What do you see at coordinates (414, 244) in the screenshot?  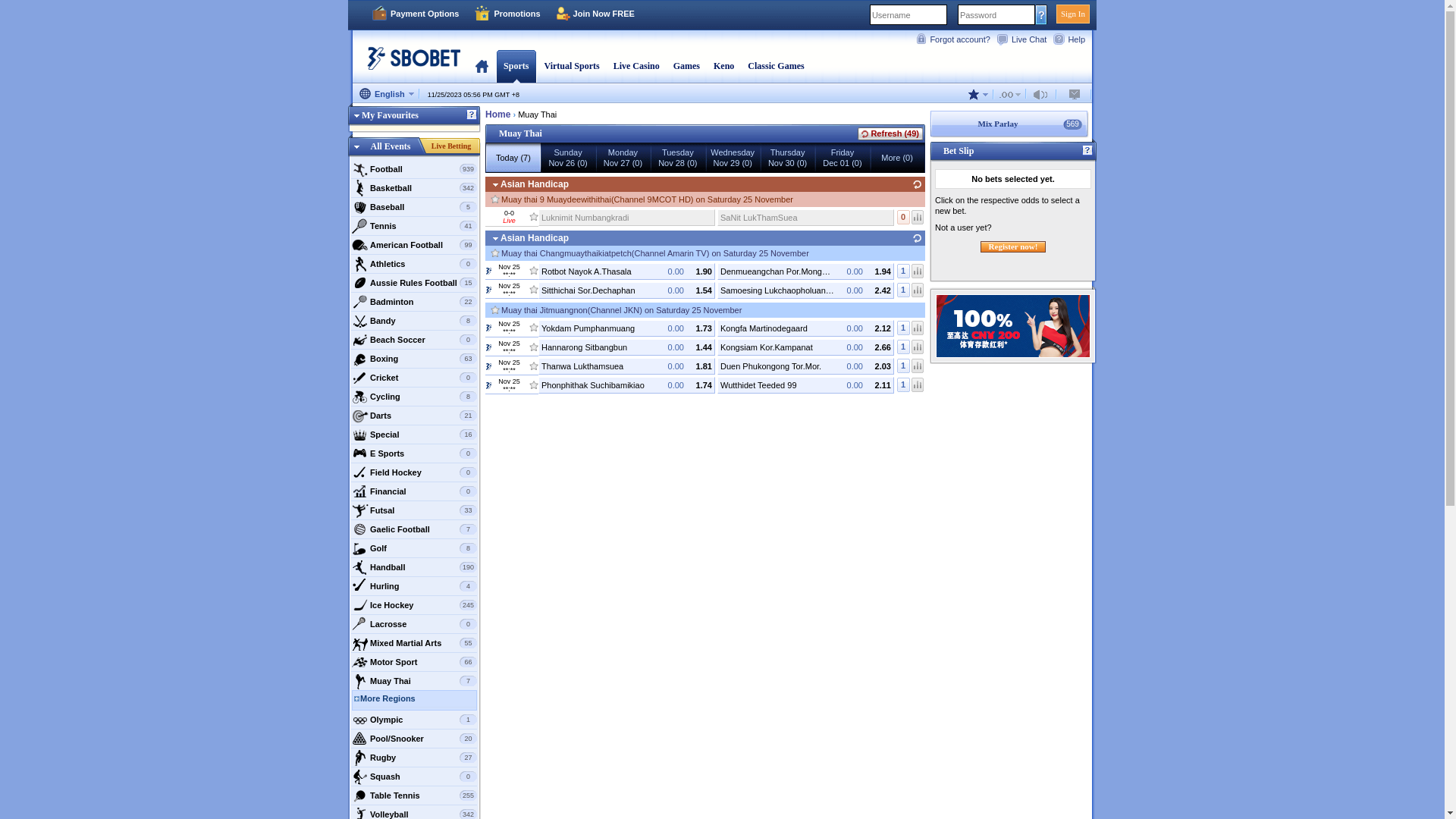 I see `'American Football` at bounding box center [414, 244].